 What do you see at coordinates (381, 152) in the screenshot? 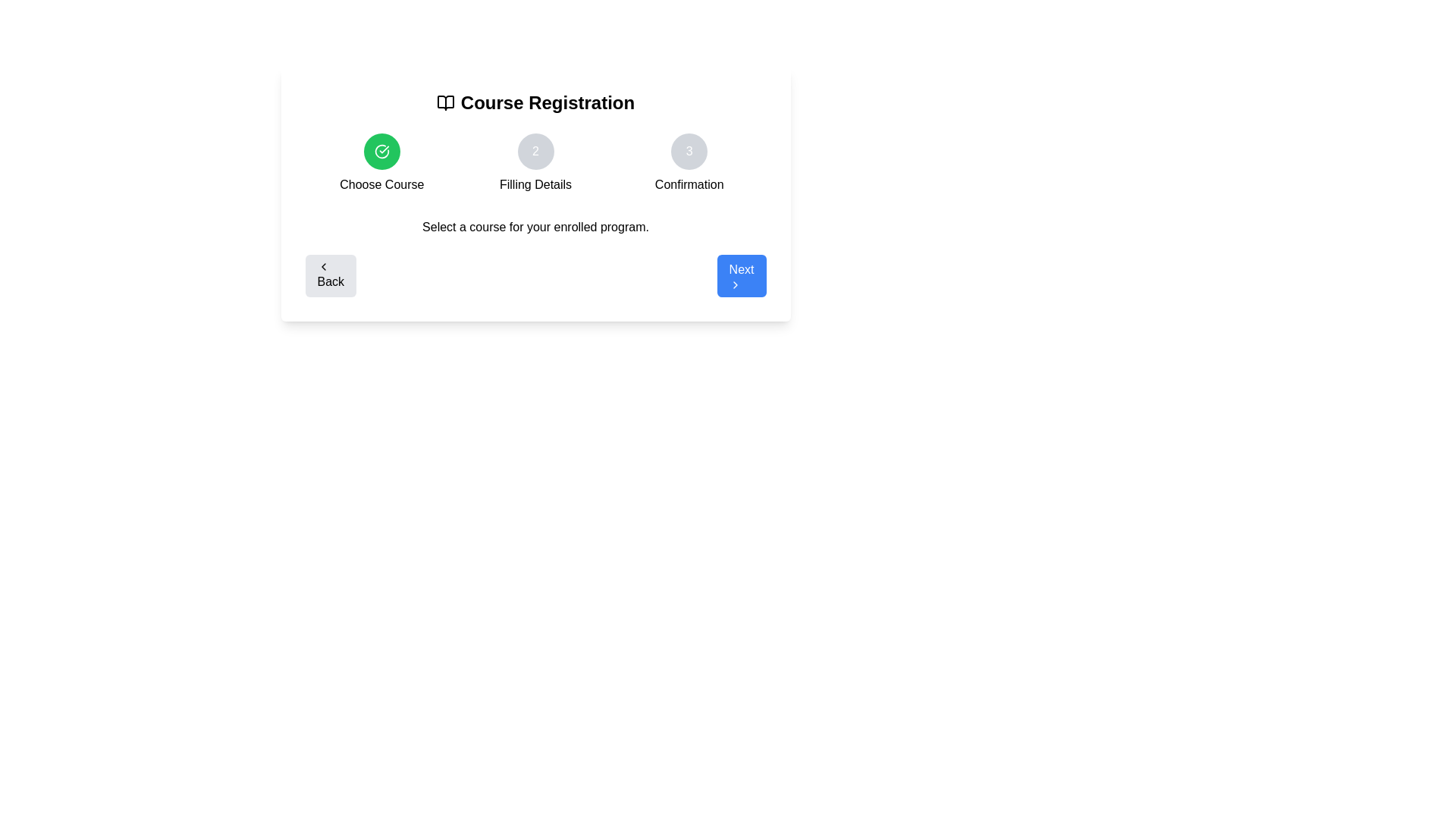
I see `the state of the green circular icon with a checkmark, located under the 'Choose Course' heading in the step indicator for the first step of the registration process` at bounding box center [381, 152].